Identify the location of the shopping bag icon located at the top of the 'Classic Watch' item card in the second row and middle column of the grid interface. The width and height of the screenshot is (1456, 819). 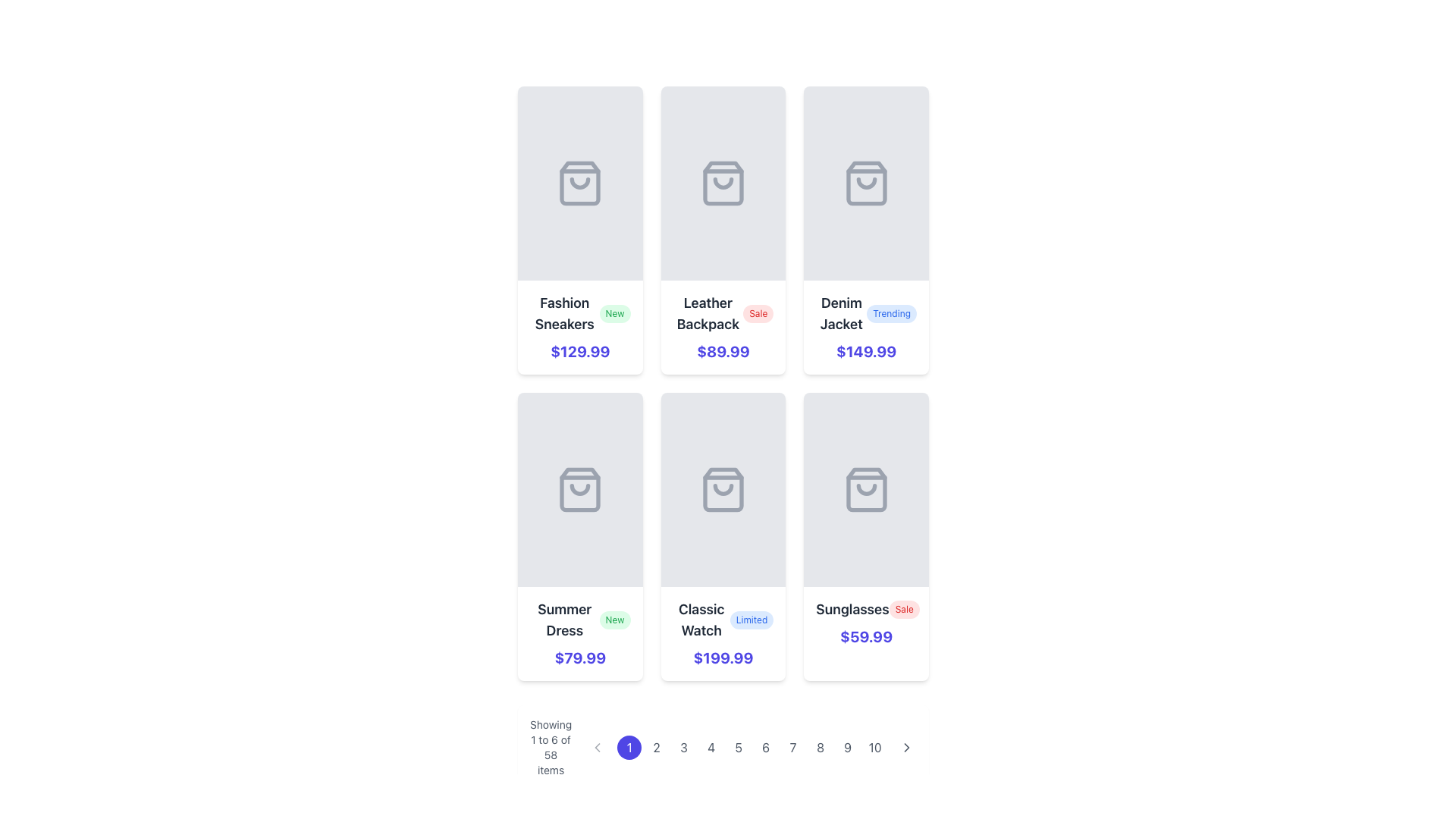
(723, 489).